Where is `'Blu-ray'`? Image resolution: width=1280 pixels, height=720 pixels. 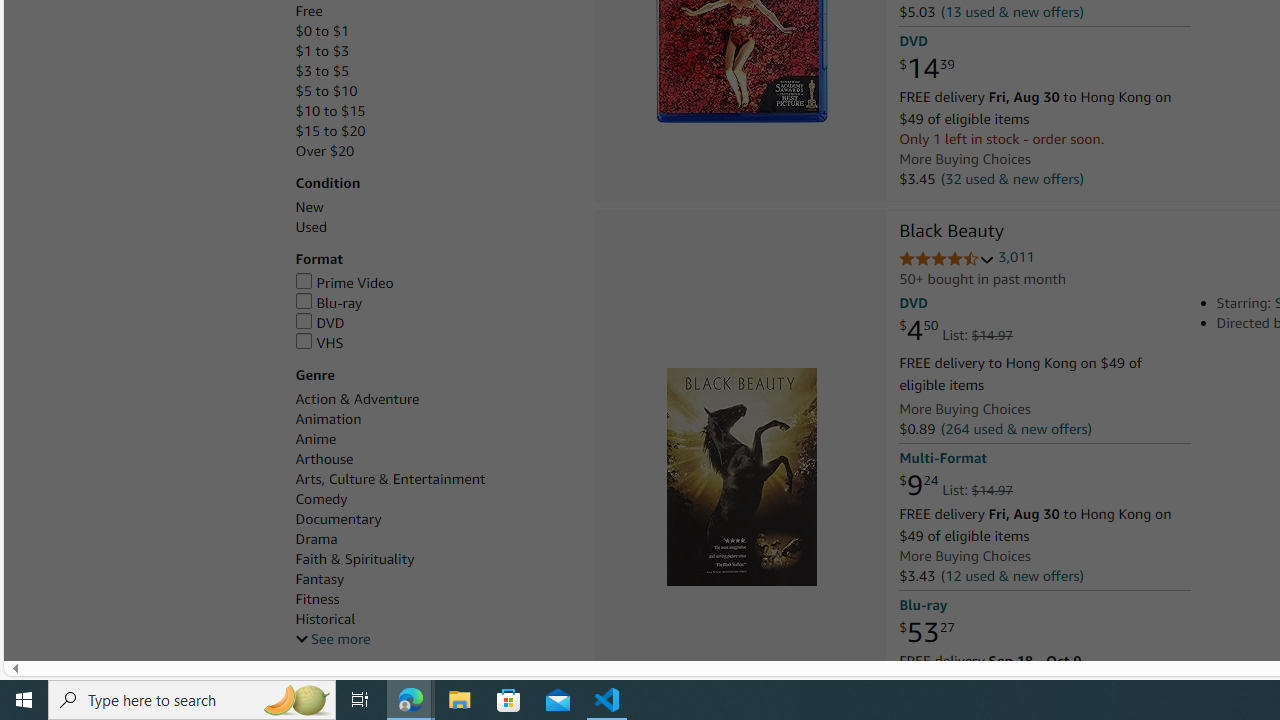 'Blu-ray' is located at coordinates (328, 303).